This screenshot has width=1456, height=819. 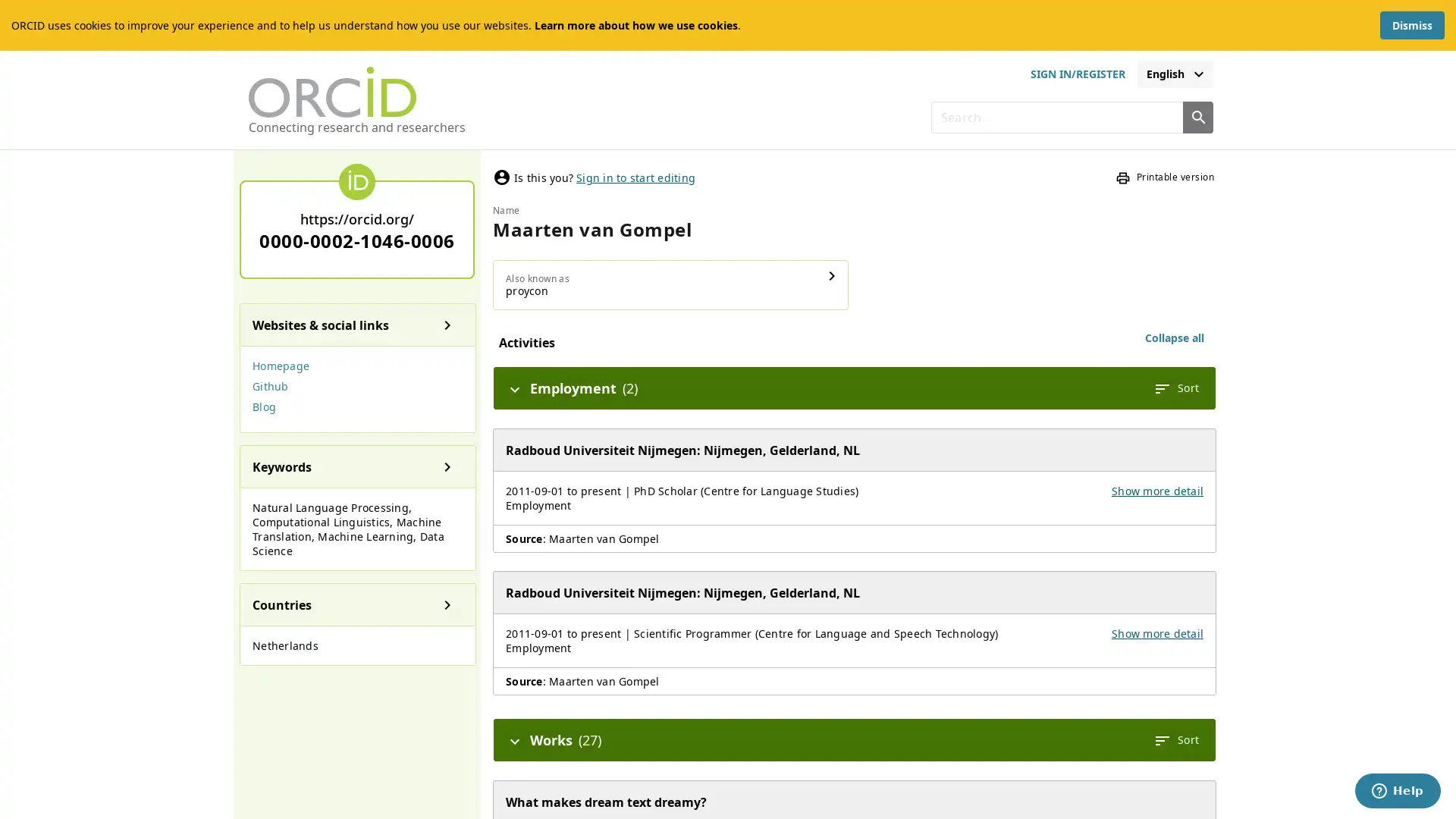 I want to click on Search, so click(x=1197, y=116).